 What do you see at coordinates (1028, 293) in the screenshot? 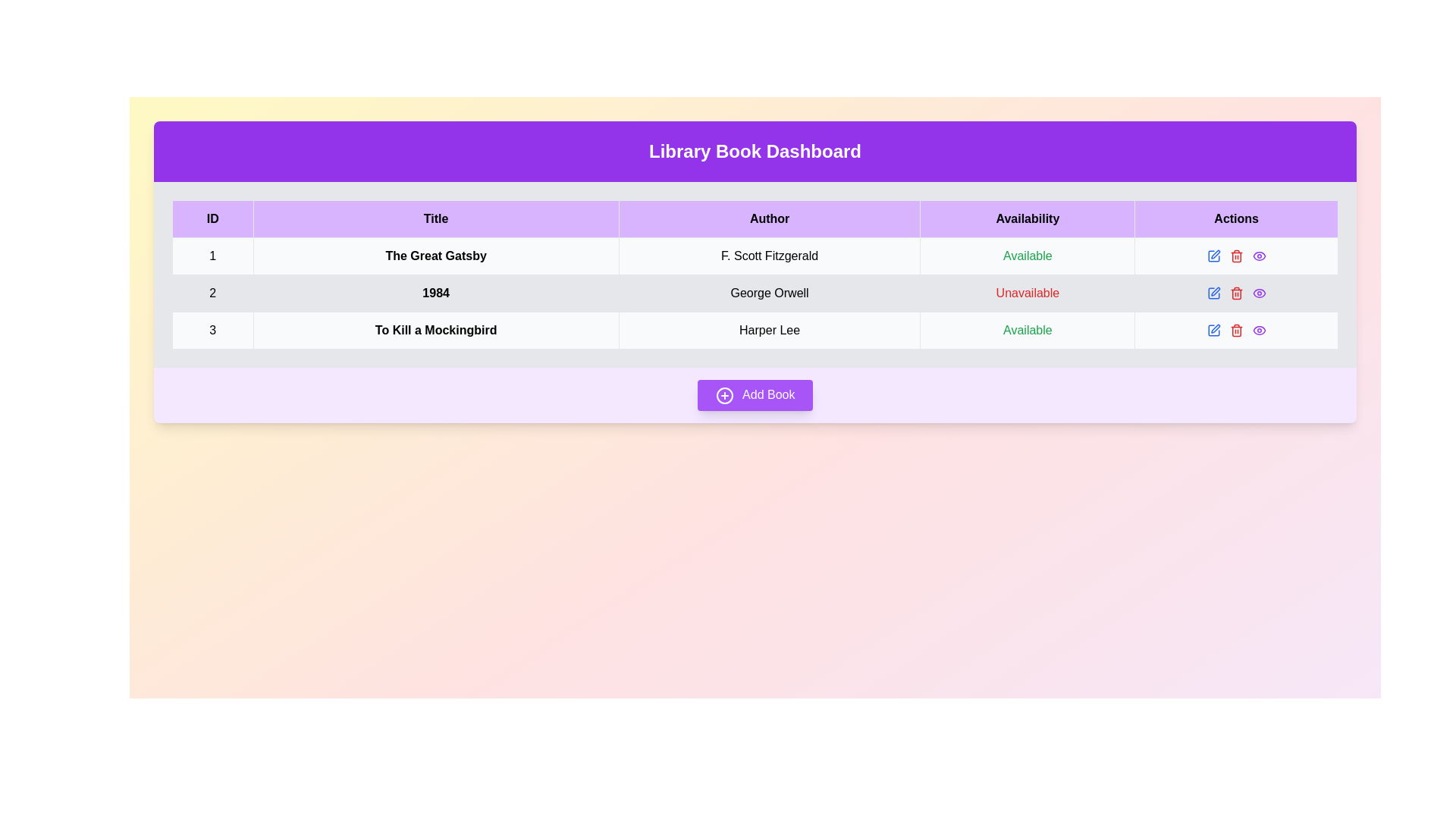
I see `the static text label indicating the availability status of the book '1984' which is marked as 'Unavailable'` at bounding box center [1028, 293].